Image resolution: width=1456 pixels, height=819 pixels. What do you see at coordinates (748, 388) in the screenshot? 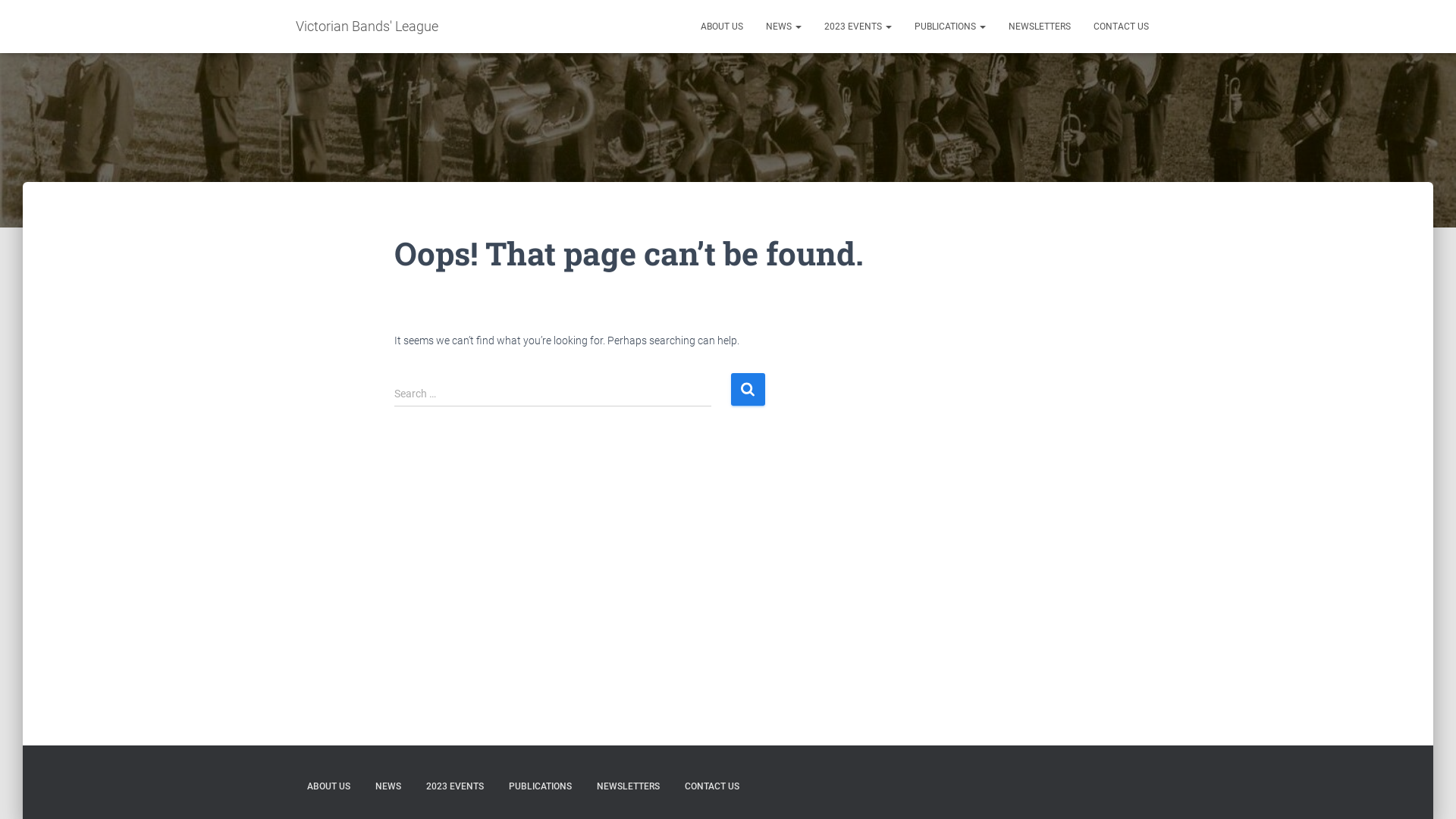
I see `'Search'` at bounding box center [748, 388].